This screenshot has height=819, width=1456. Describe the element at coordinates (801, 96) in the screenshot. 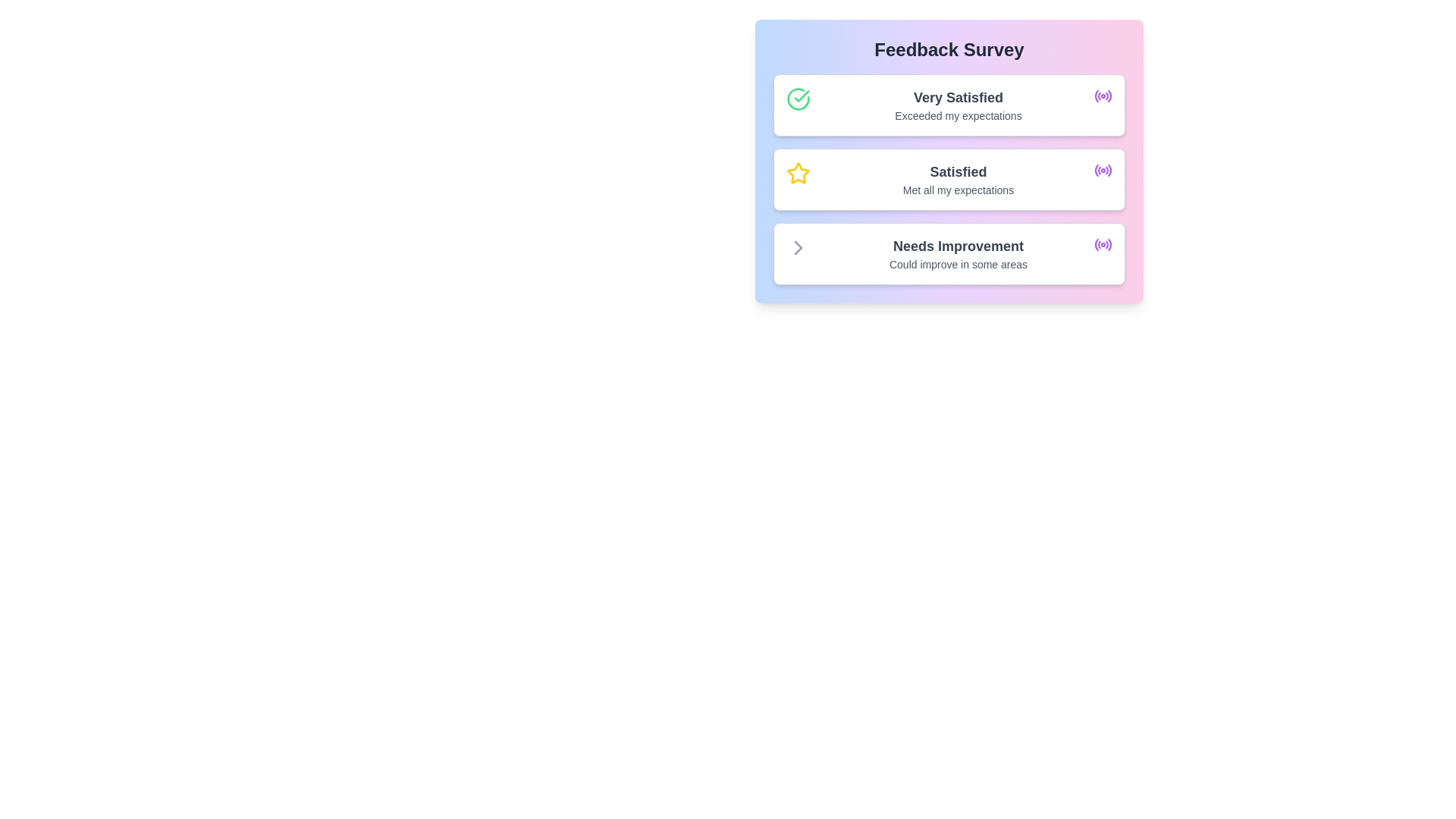

I see `the green check-mark icon's decorative graphical element associated with the 'Very Satisfied' feedback option` at that location.